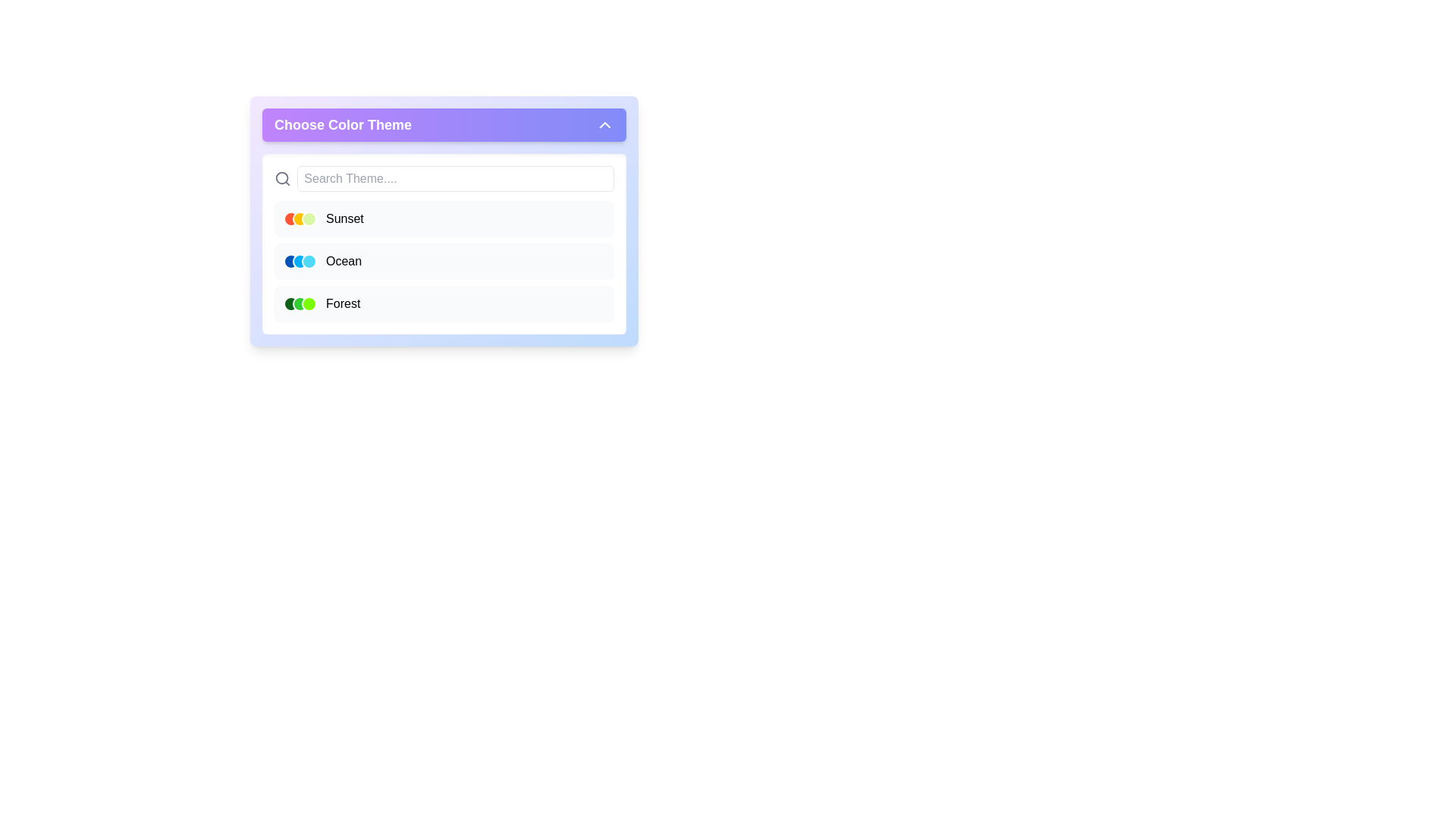 Image resolution: width=1456 pixels, height=819 pixels. What do you see at coordinates (343, 260) in the screenshot?
I see `the text label 'Ocean'` at bounding box center [343, 260].